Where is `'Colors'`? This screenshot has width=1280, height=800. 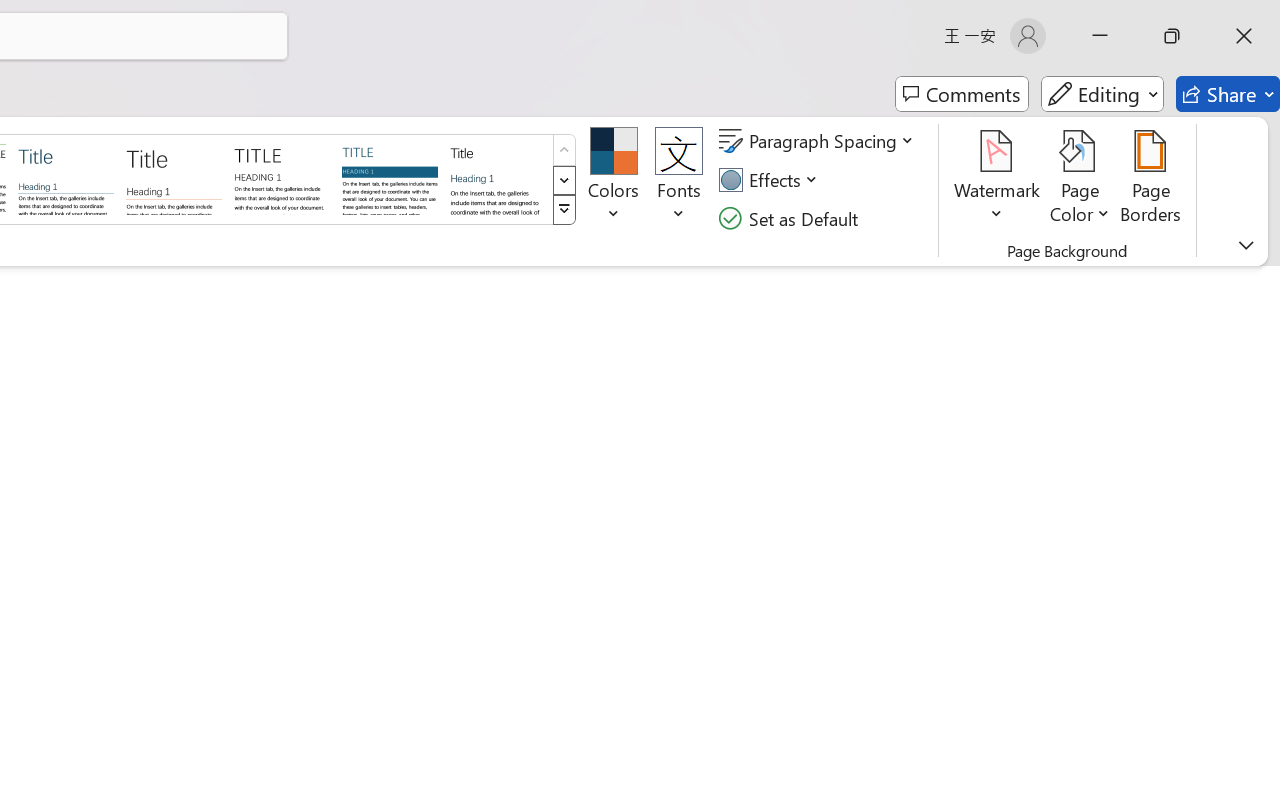 'Colors' is located at coordinates (612, 179).